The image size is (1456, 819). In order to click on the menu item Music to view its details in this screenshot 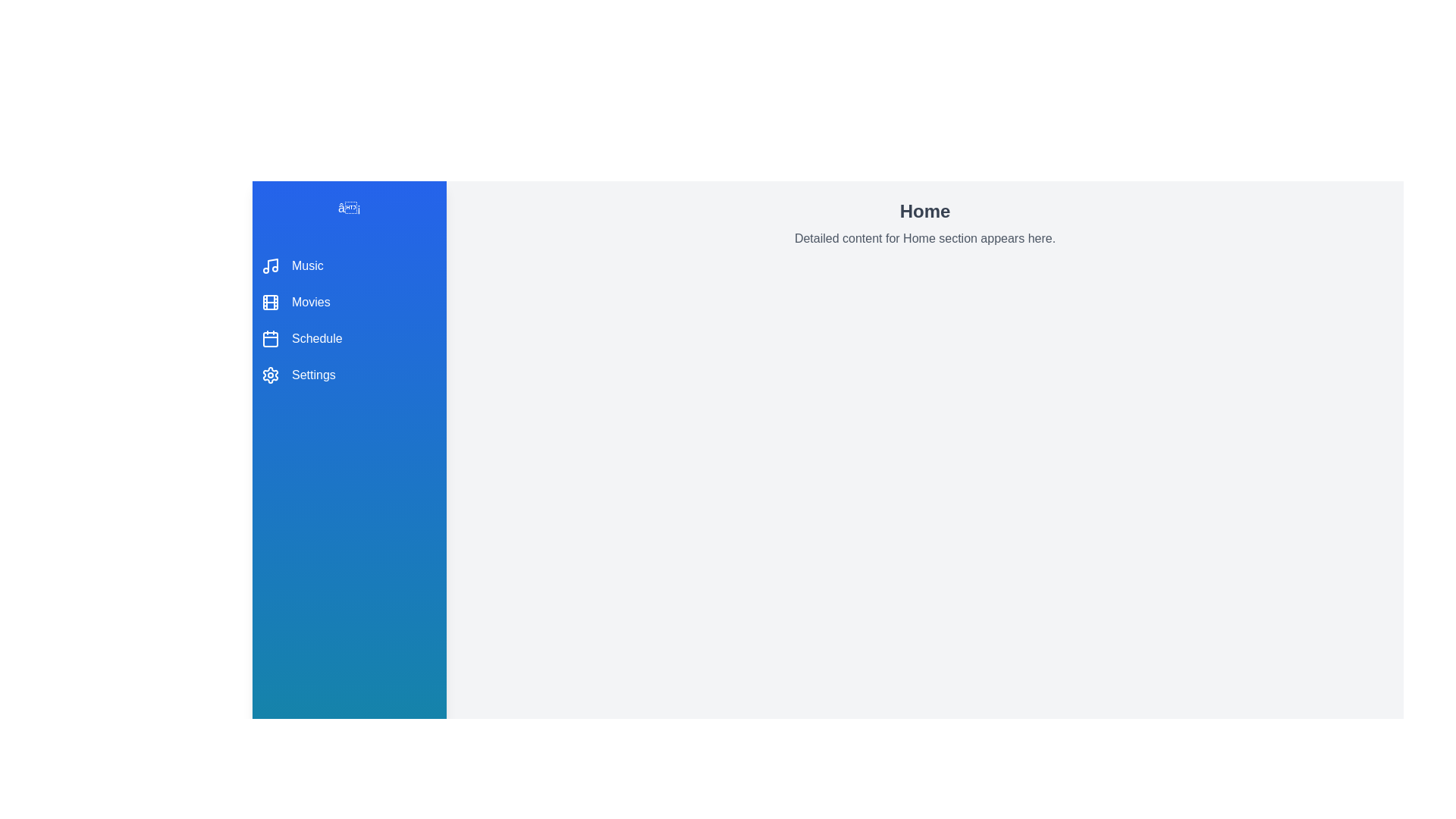, I will do `click(348, 265)`.